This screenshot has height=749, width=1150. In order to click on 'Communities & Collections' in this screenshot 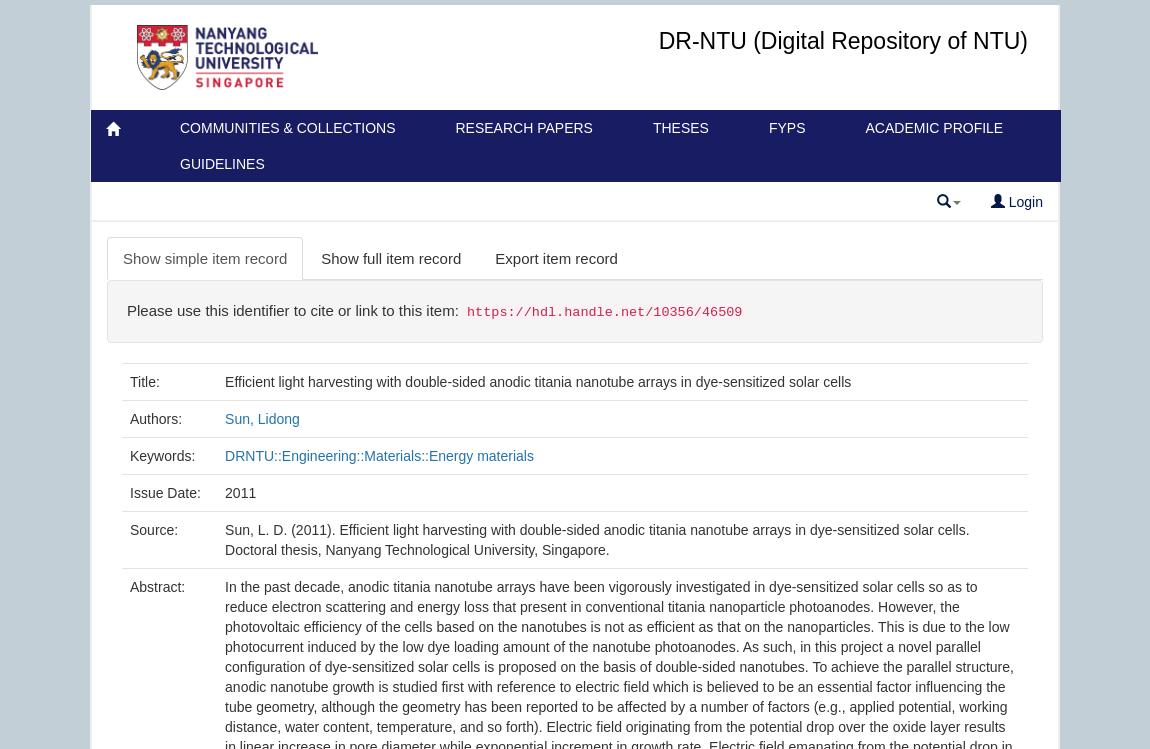, I will do `click(286, 127)`.